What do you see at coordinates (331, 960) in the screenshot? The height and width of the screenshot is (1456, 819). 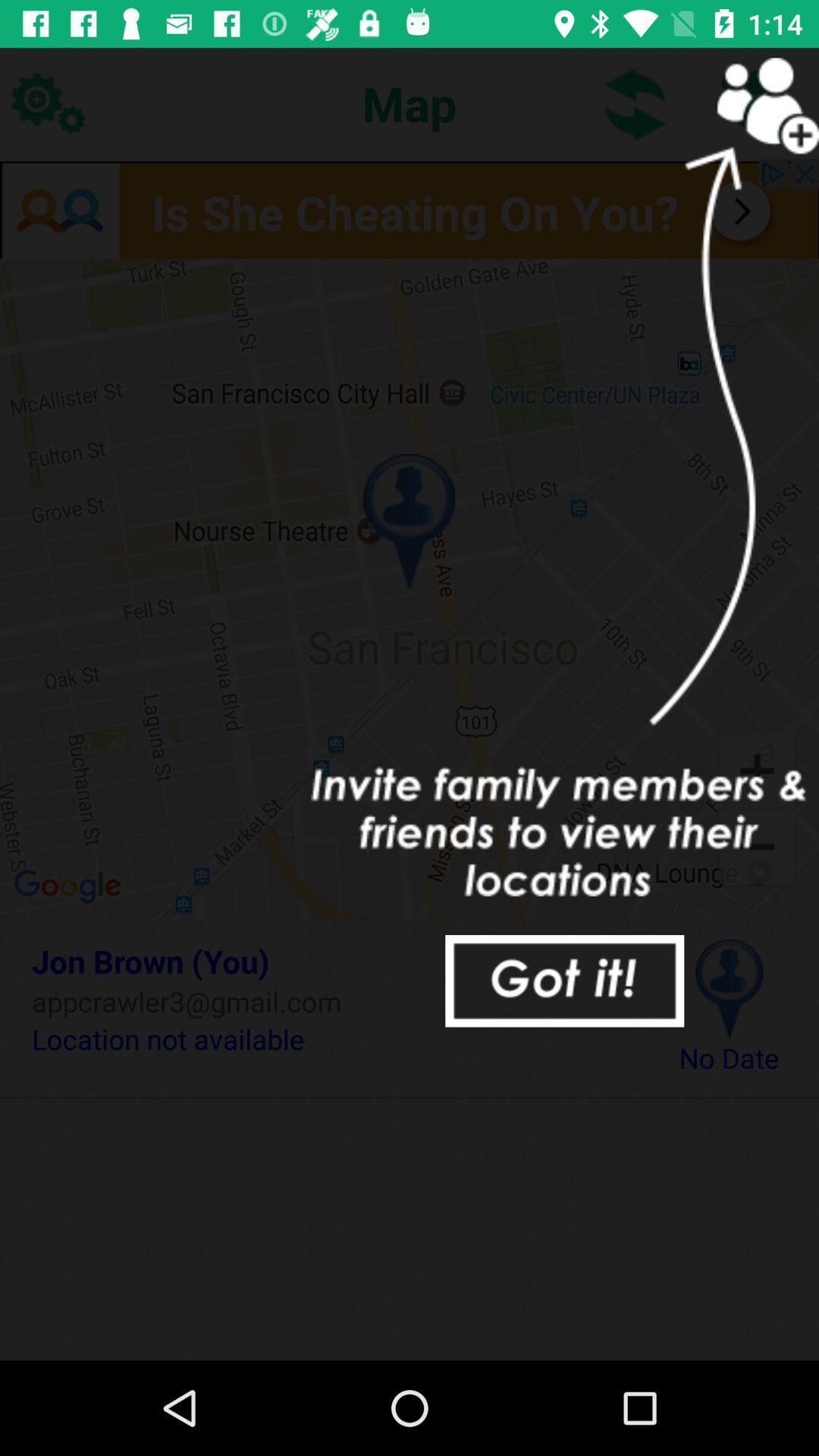 I see `the jon brown (you)` at bounding box center [331, 960].